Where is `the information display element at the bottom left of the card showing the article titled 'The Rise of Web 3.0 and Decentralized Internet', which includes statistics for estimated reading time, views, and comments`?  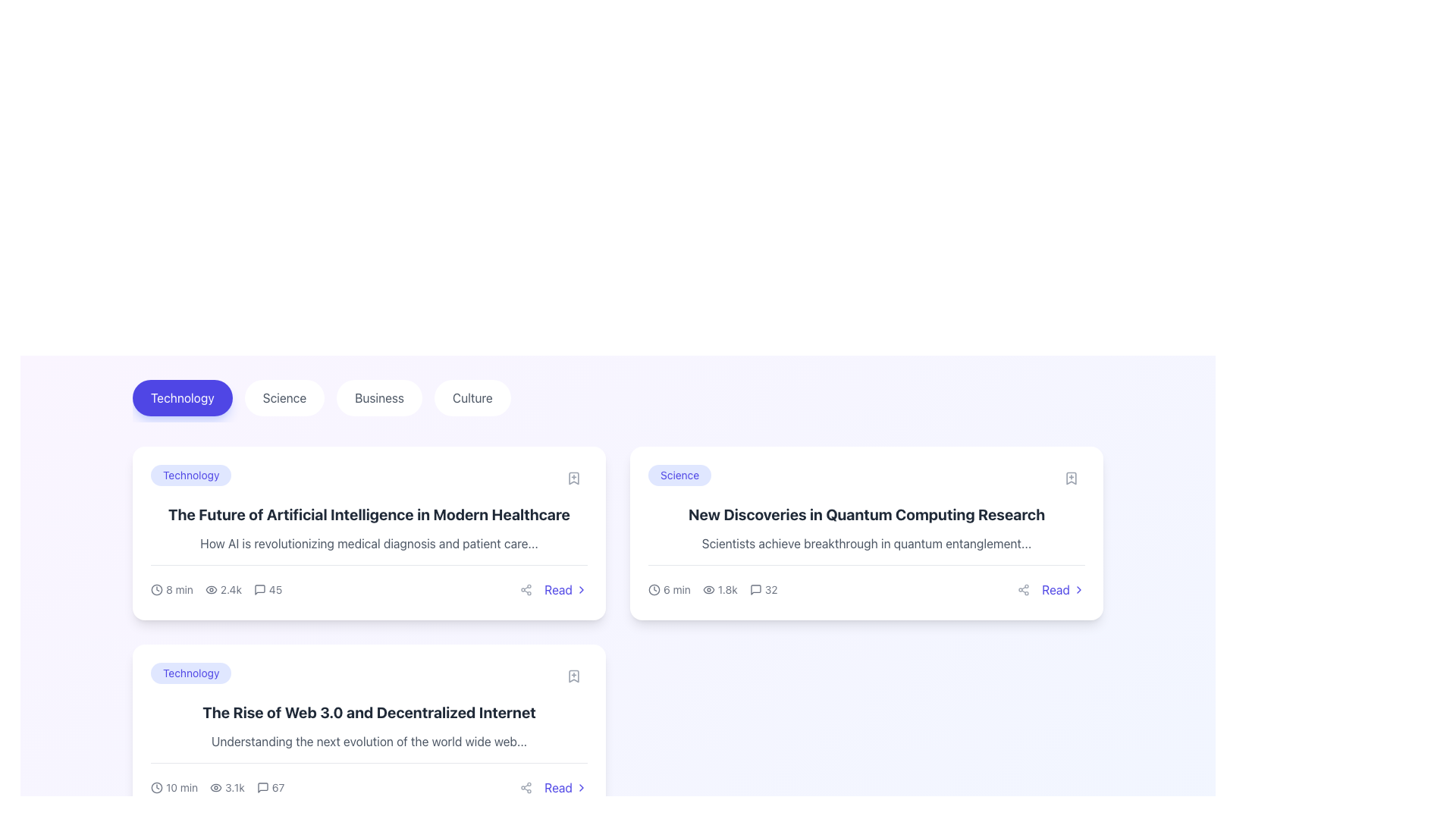 the information display element at the bottom left of the card showing the article titled 'The Rise of Web 3.0 and Decentralized Internet', which includes statistics for estimated reading time, views, and comments is located at coordinates (217, 786).